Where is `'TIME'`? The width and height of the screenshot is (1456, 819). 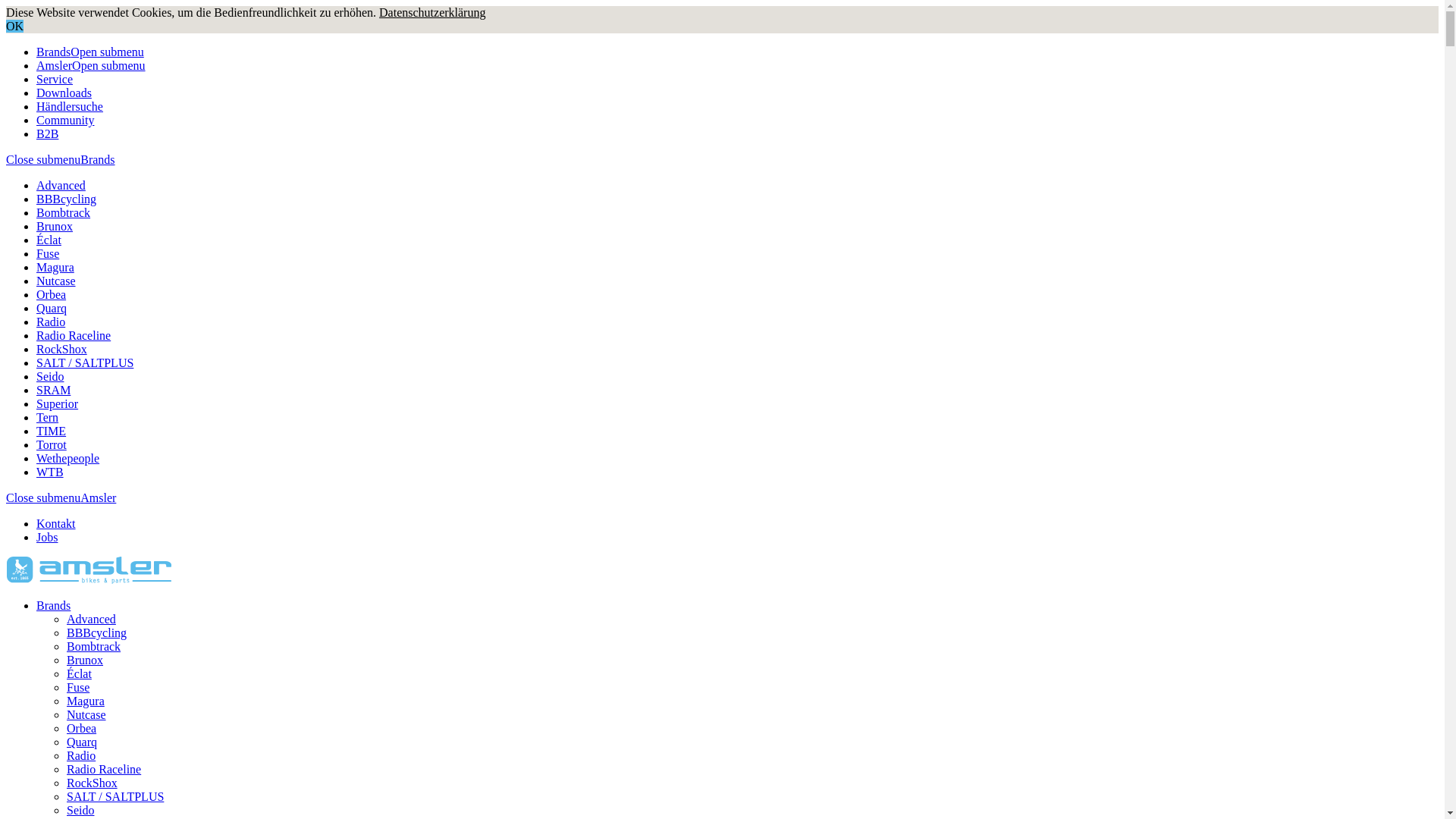
'TIME' is located at coordinates (51, 431).